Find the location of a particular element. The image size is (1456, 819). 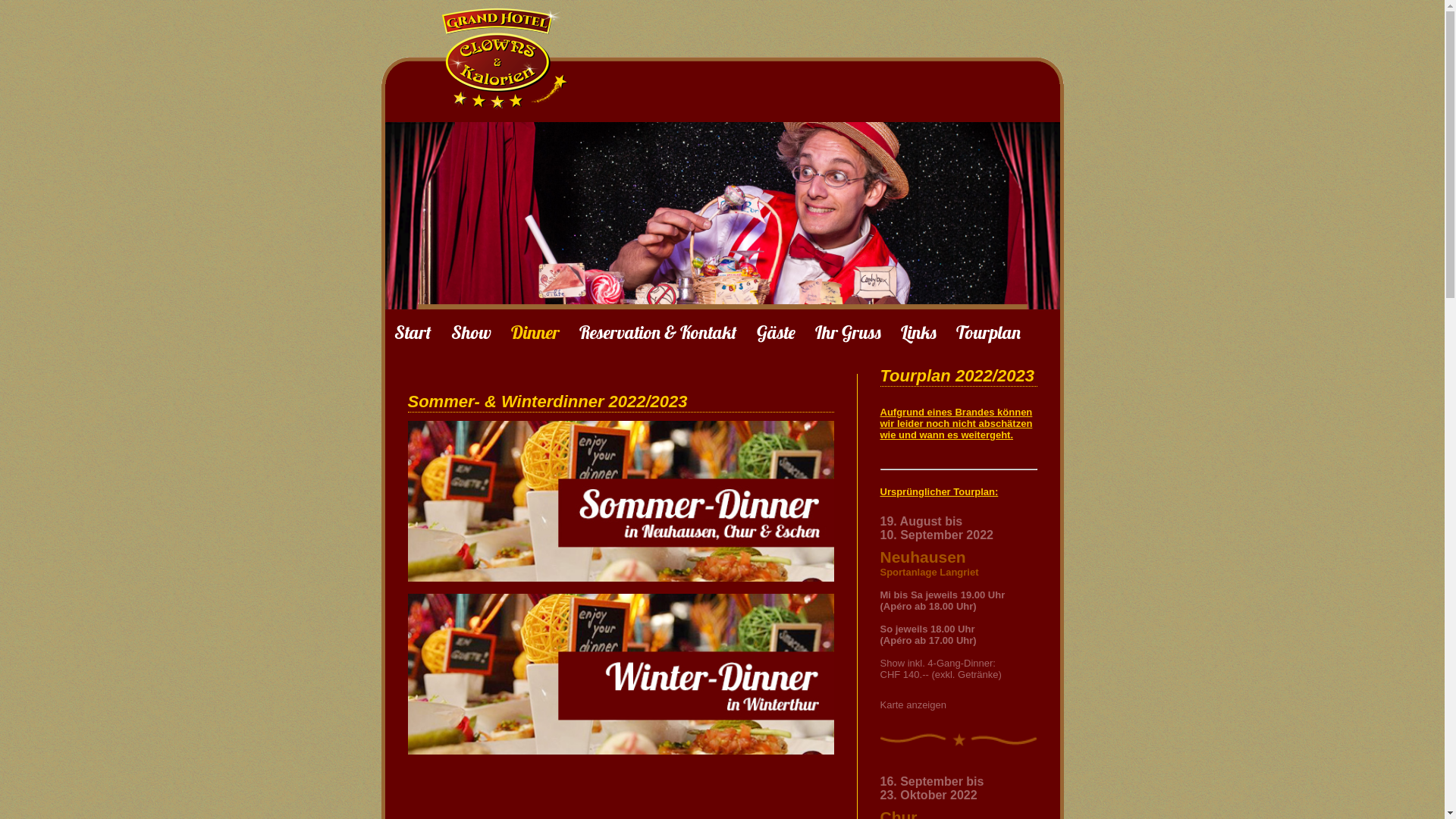

'Karte anzeigen' is located at coordinates (912, 704).